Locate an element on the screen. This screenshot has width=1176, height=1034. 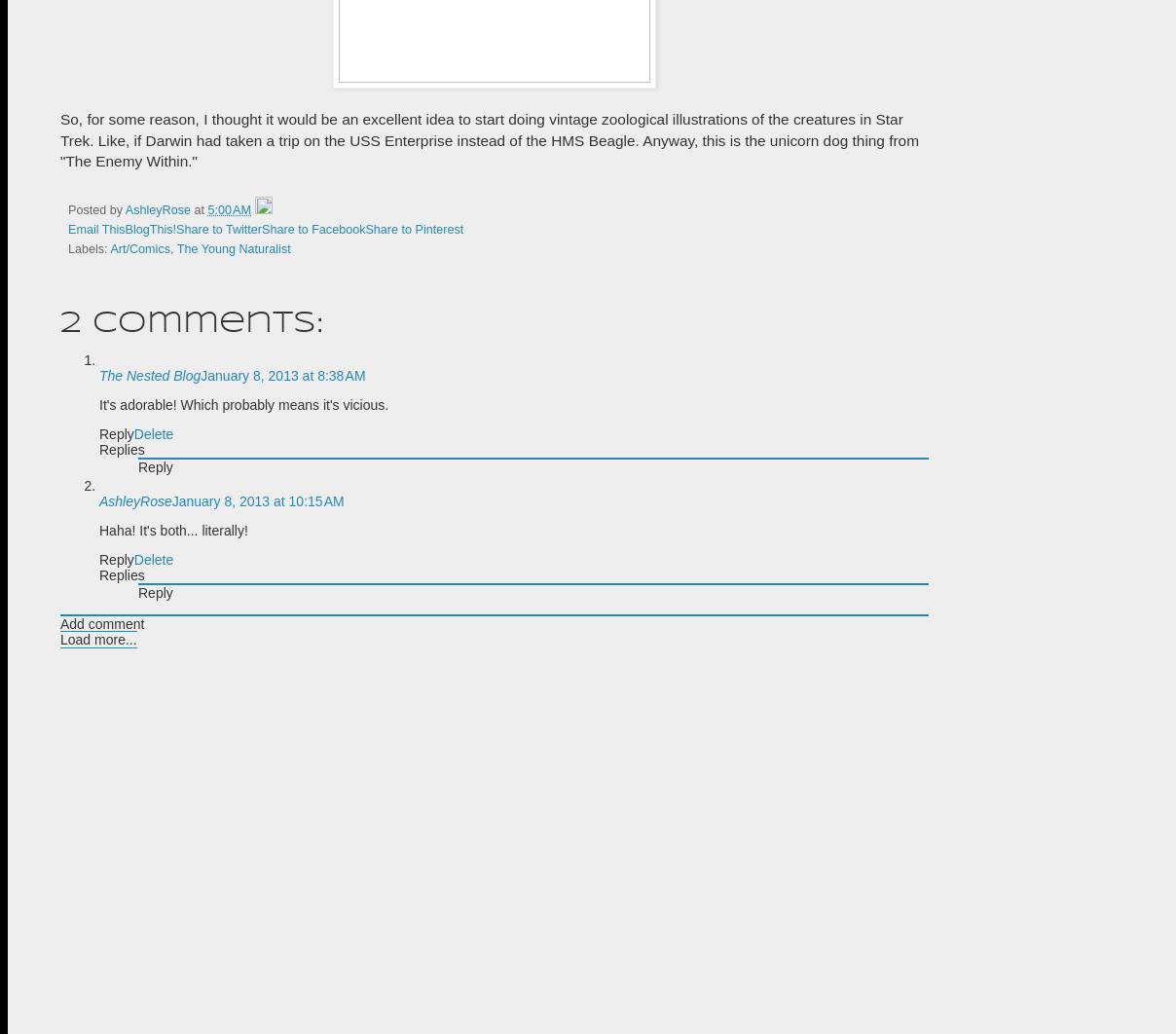
'Add comment' is located at coordinates (100, 624).